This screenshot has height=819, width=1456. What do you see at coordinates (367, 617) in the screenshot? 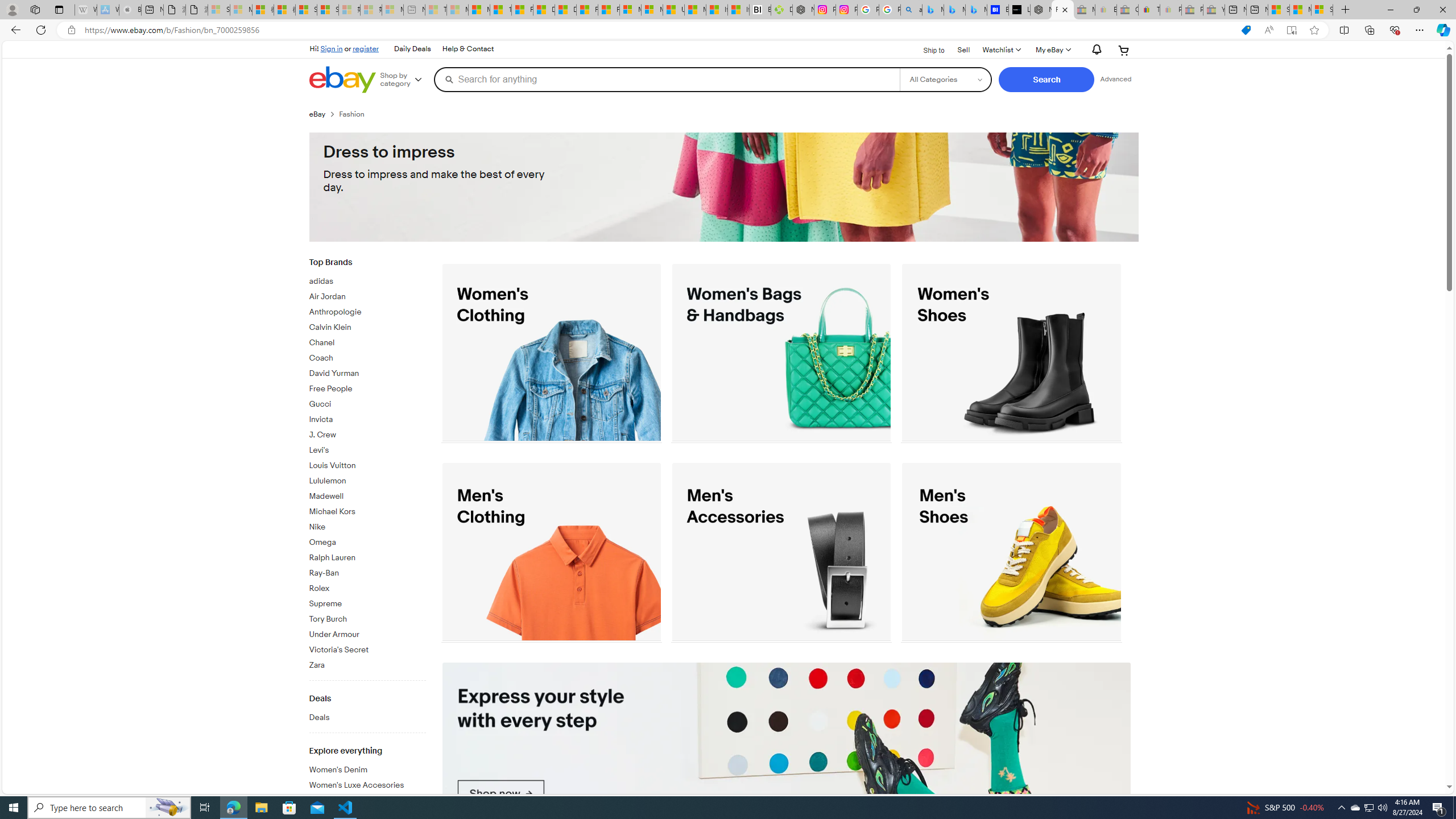
I see `'Tory Burch'` at bounding box center [367, 617].